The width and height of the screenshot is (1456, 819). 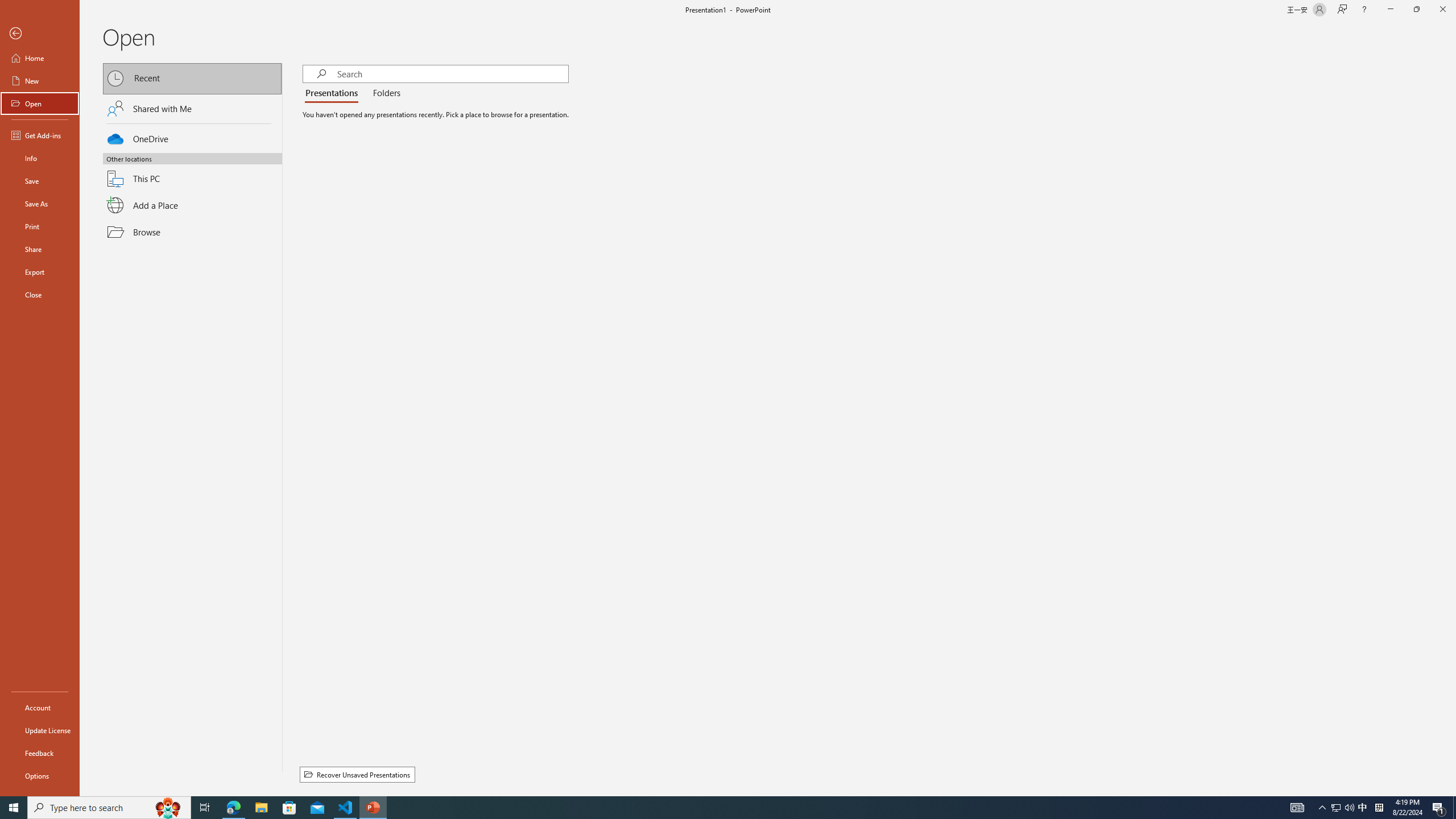 I want to click on 'Add a Place', so click(x=192, y=205).